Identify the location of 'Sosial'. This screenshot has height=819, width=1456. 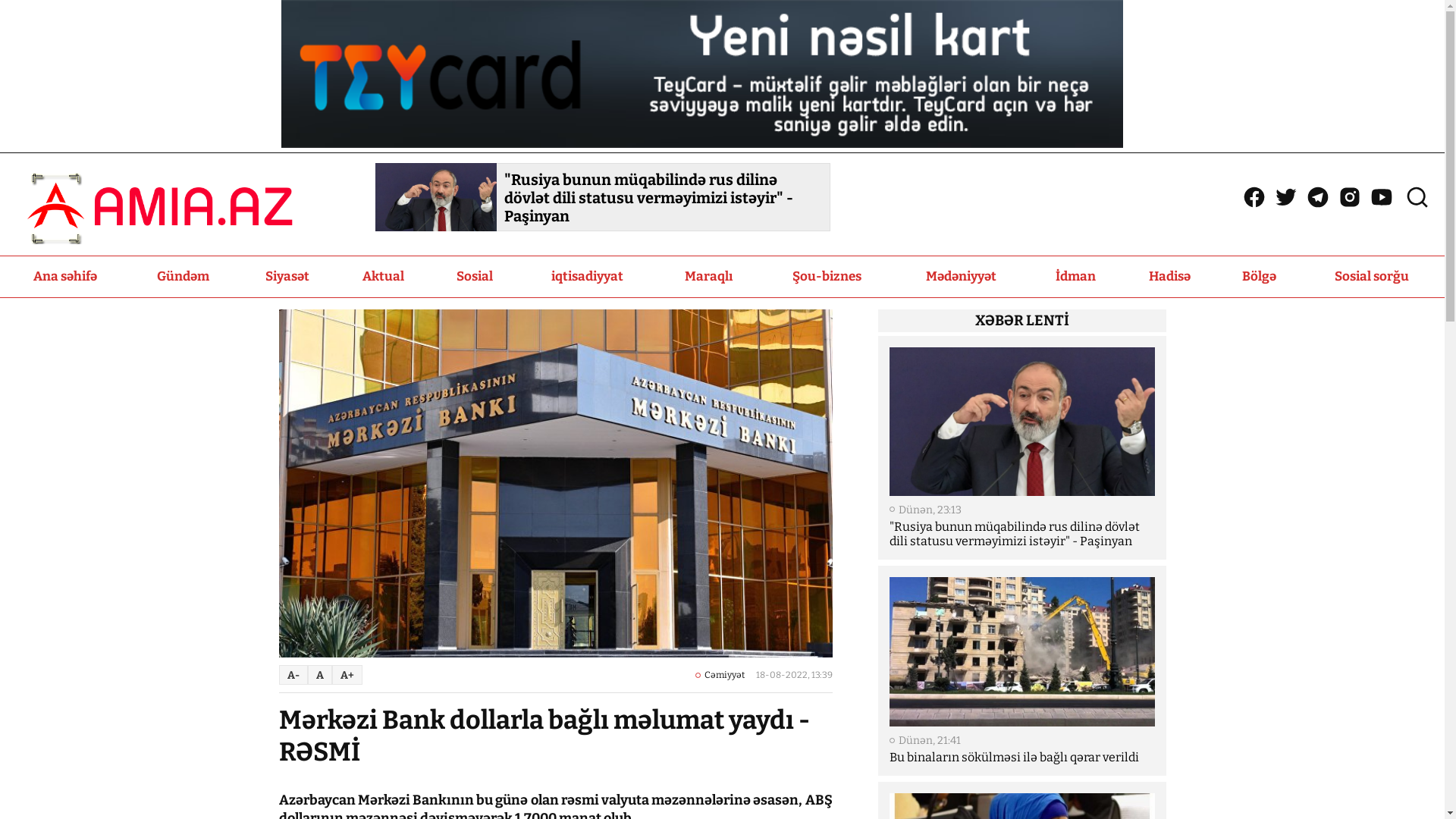
(474, 277).